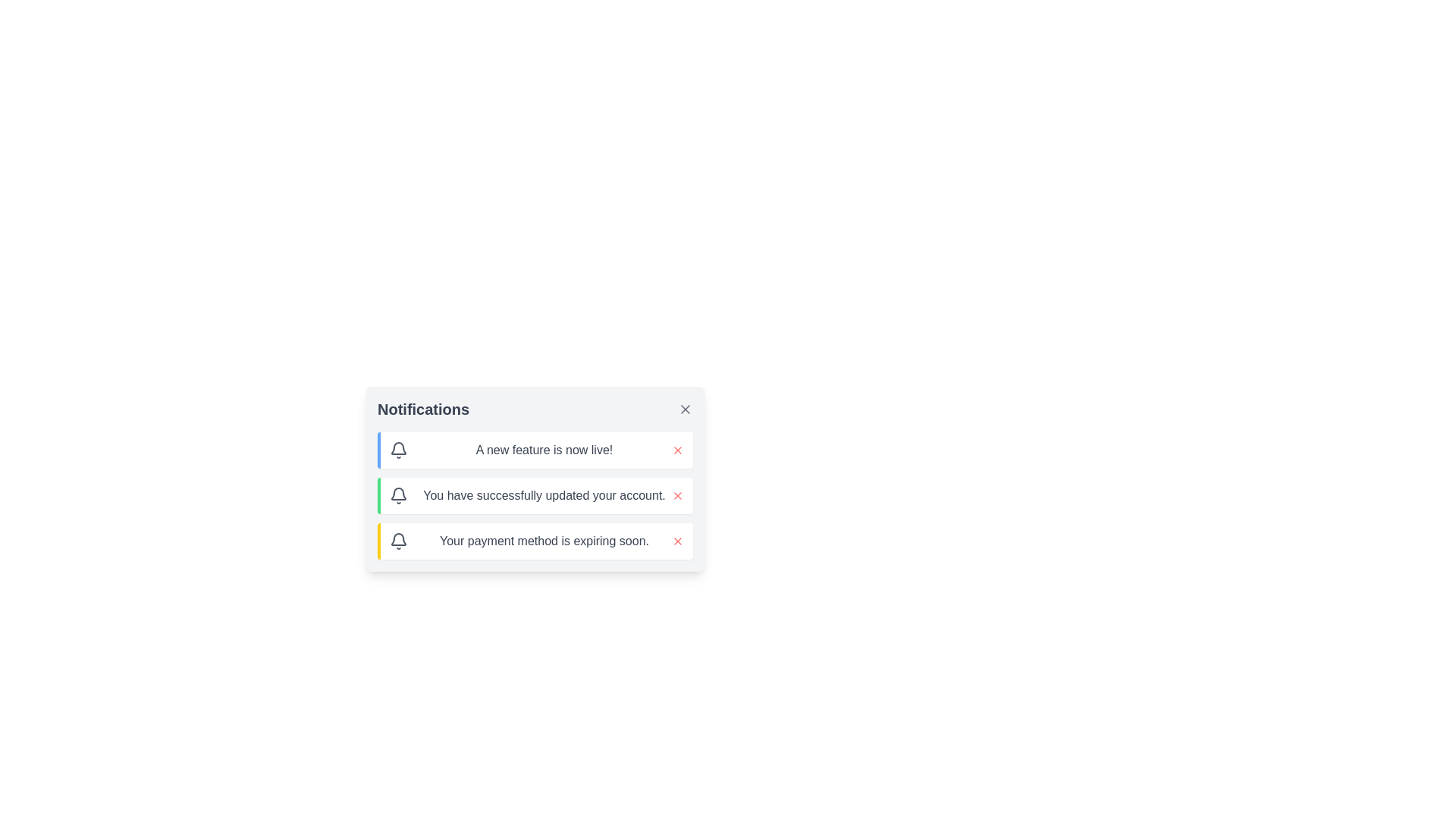  Describe the element at coordinates (544, 496) in the screenshot. I see `the text 'You have successfully updated your account.' which is centered within the second notification card that has a green border on the left` at that location.